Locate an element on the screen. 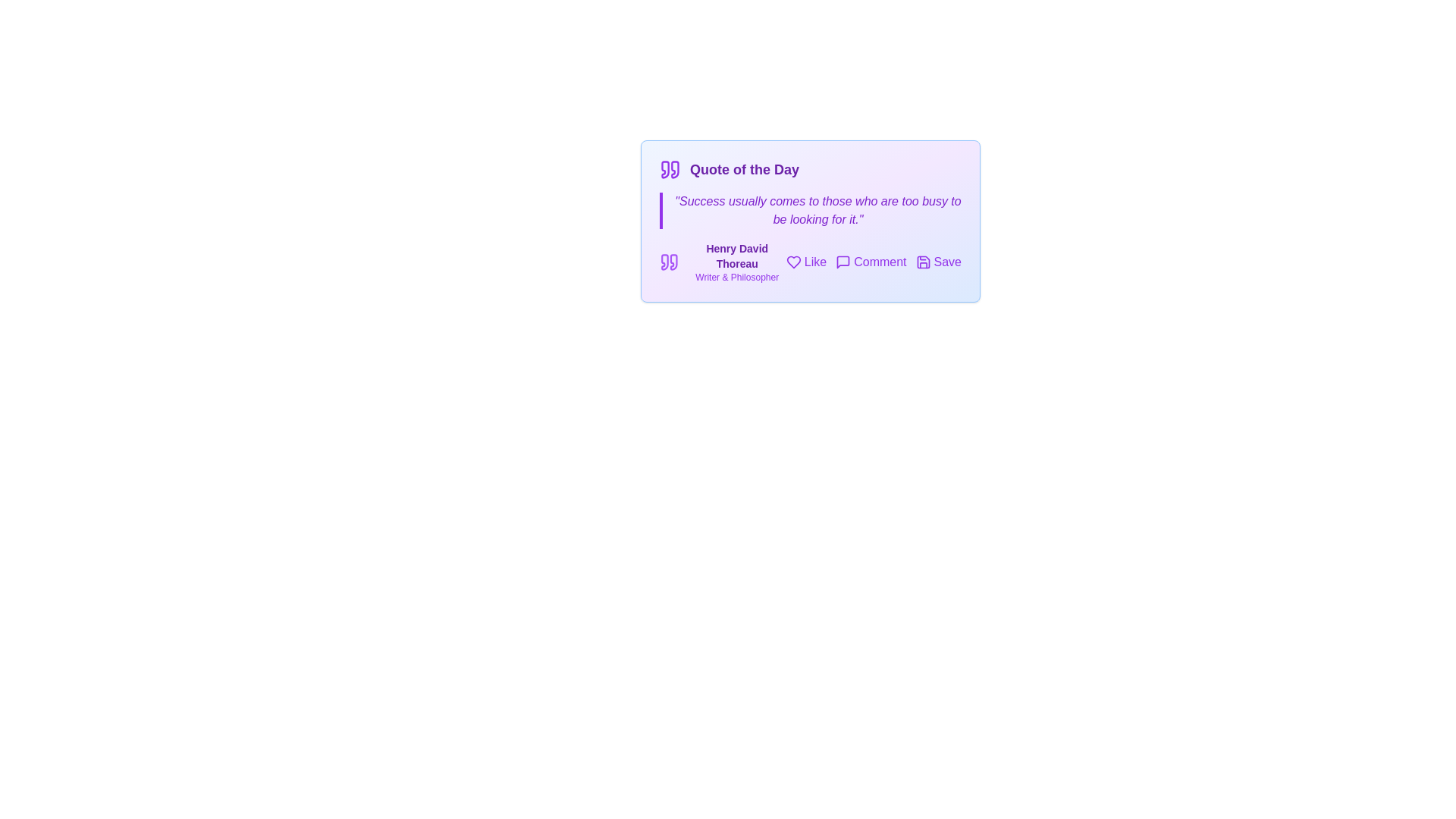  the message bubble icon, which is a simple, minimalistic speech bubble located in the lower row of interactive options is located at coordinates (843, 262).